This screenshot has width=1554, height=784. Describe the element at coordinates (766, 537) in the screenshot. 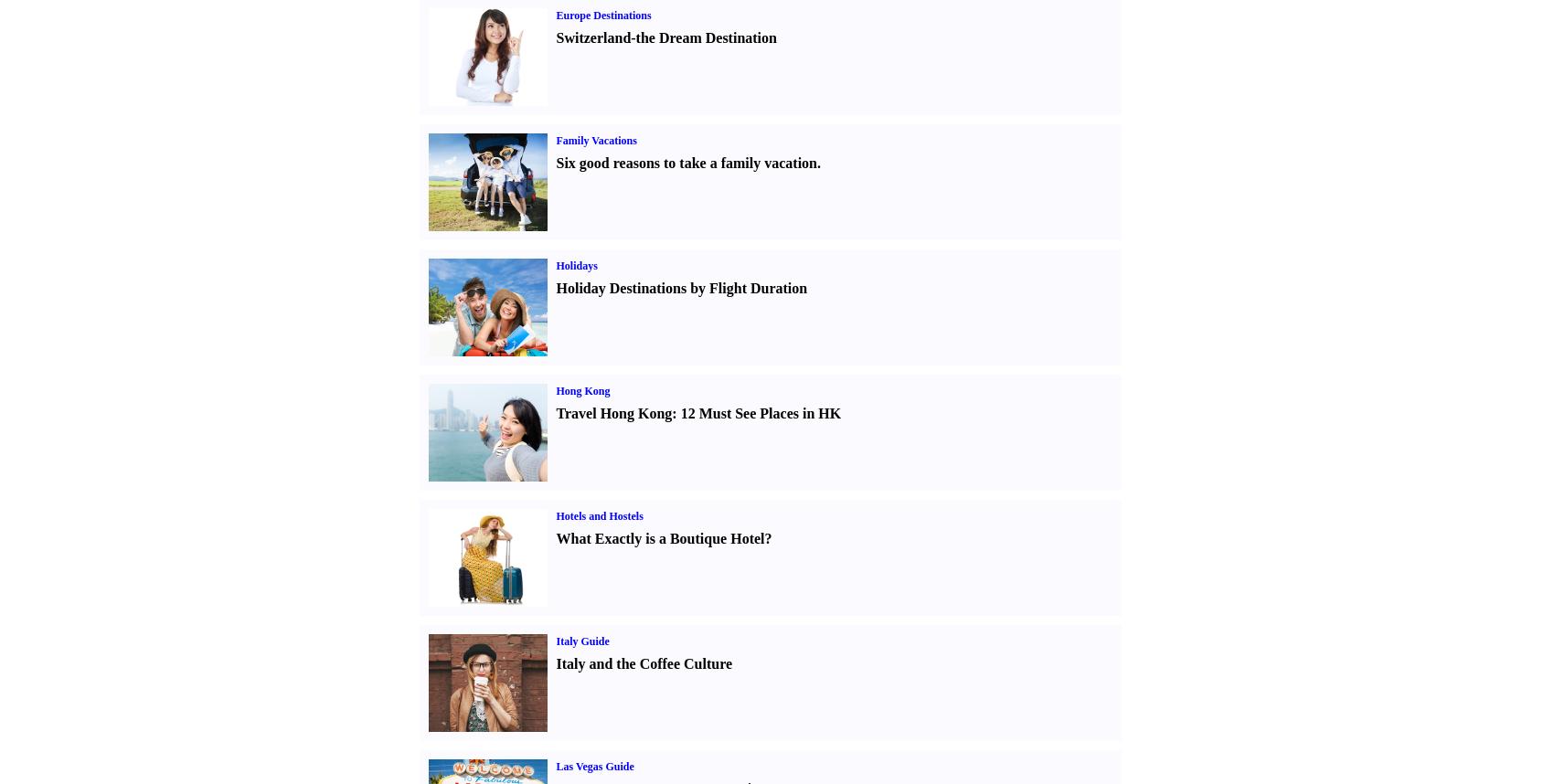

I see `'?'` at that location.